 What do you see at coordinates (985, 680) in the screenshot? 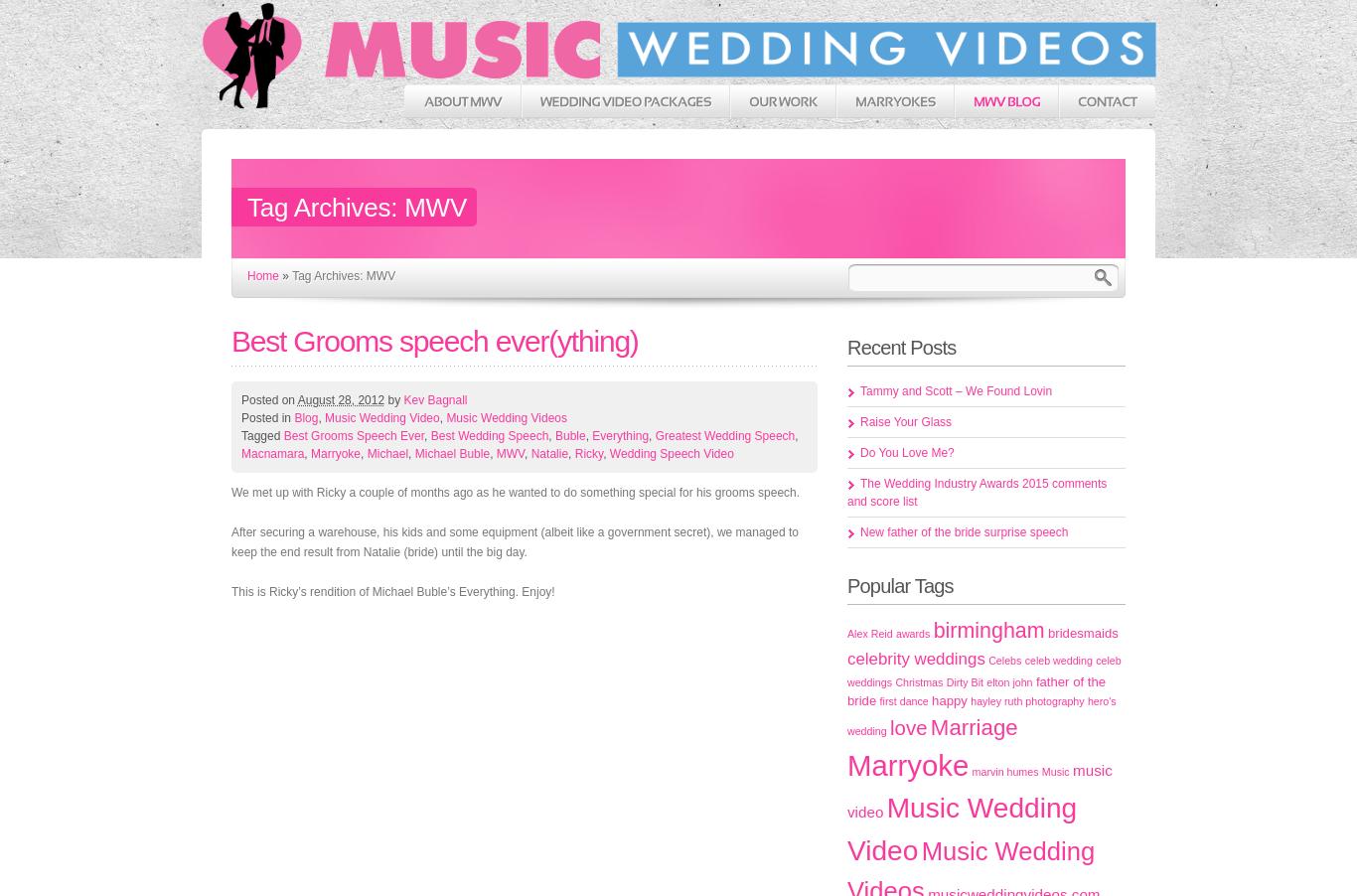
I see `'elton john'` at bounding box center [985, 680].